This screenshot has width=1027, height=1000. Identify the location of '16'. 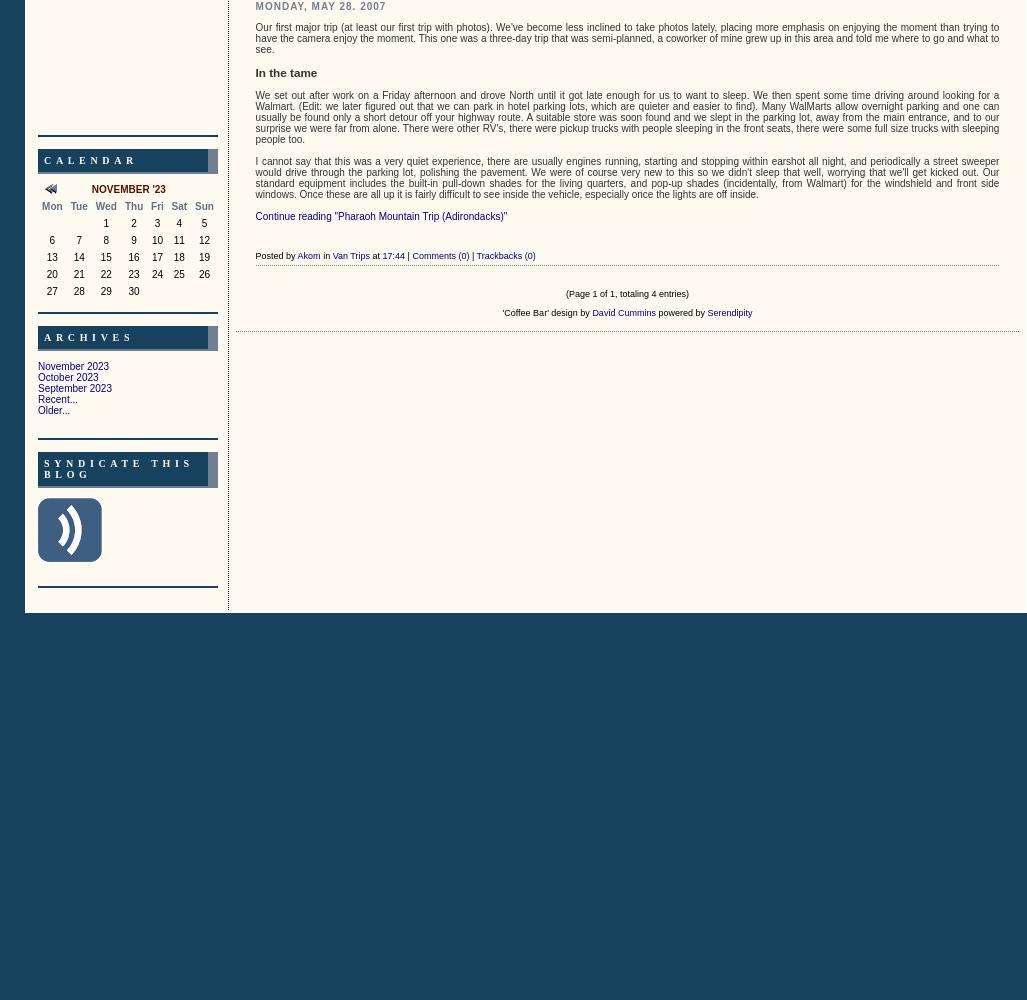
(133, 256).